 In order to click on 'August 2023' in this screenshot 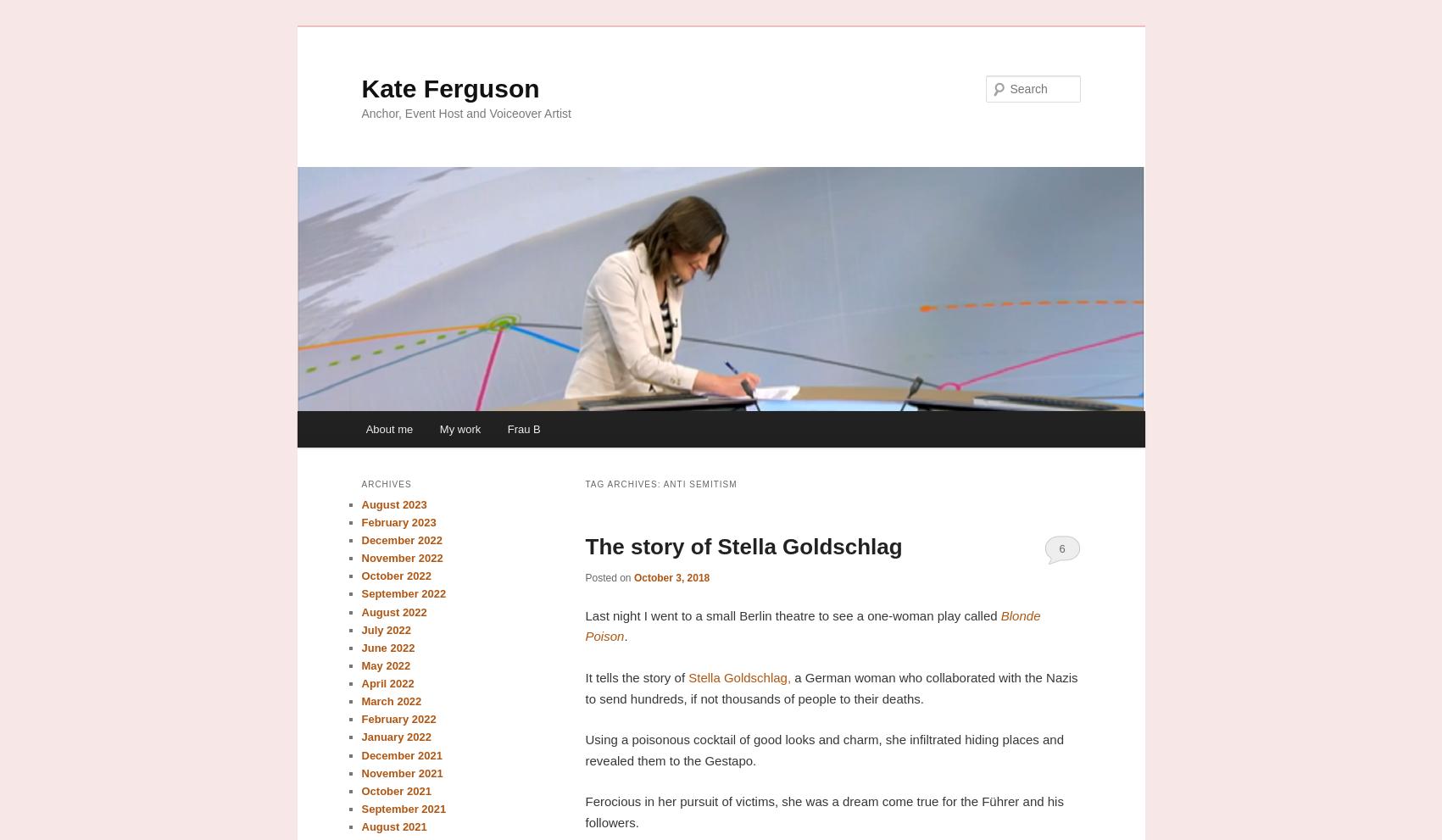, I will do `click(393, 503)`.